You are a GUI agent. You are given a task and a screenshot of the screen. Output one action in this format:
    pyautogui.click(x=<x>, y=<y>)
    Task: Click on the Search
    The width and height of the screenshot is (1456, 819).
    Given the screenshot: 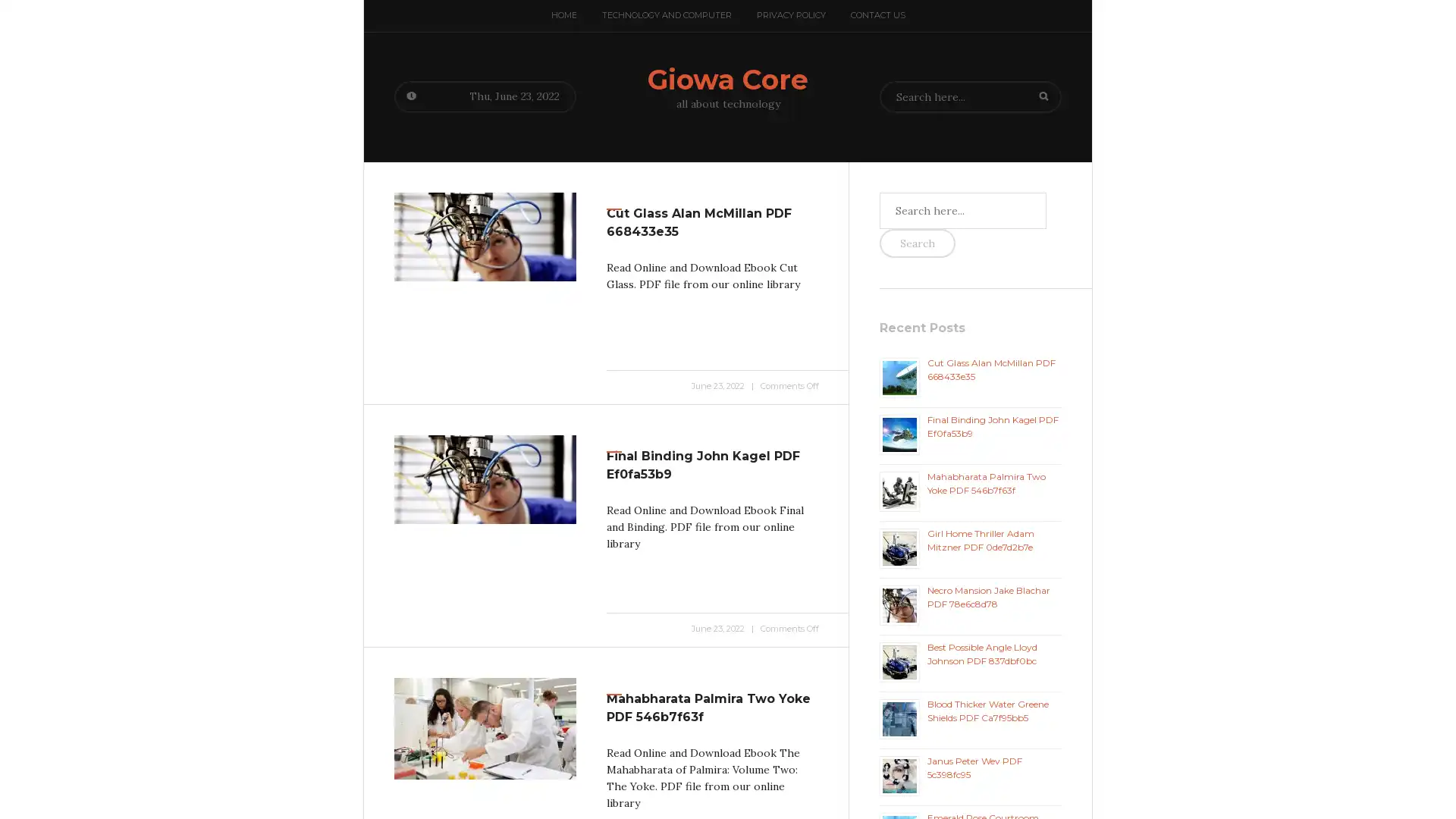 What is the action you would take?
    pyautogui.click(x=1030, y=96)
    